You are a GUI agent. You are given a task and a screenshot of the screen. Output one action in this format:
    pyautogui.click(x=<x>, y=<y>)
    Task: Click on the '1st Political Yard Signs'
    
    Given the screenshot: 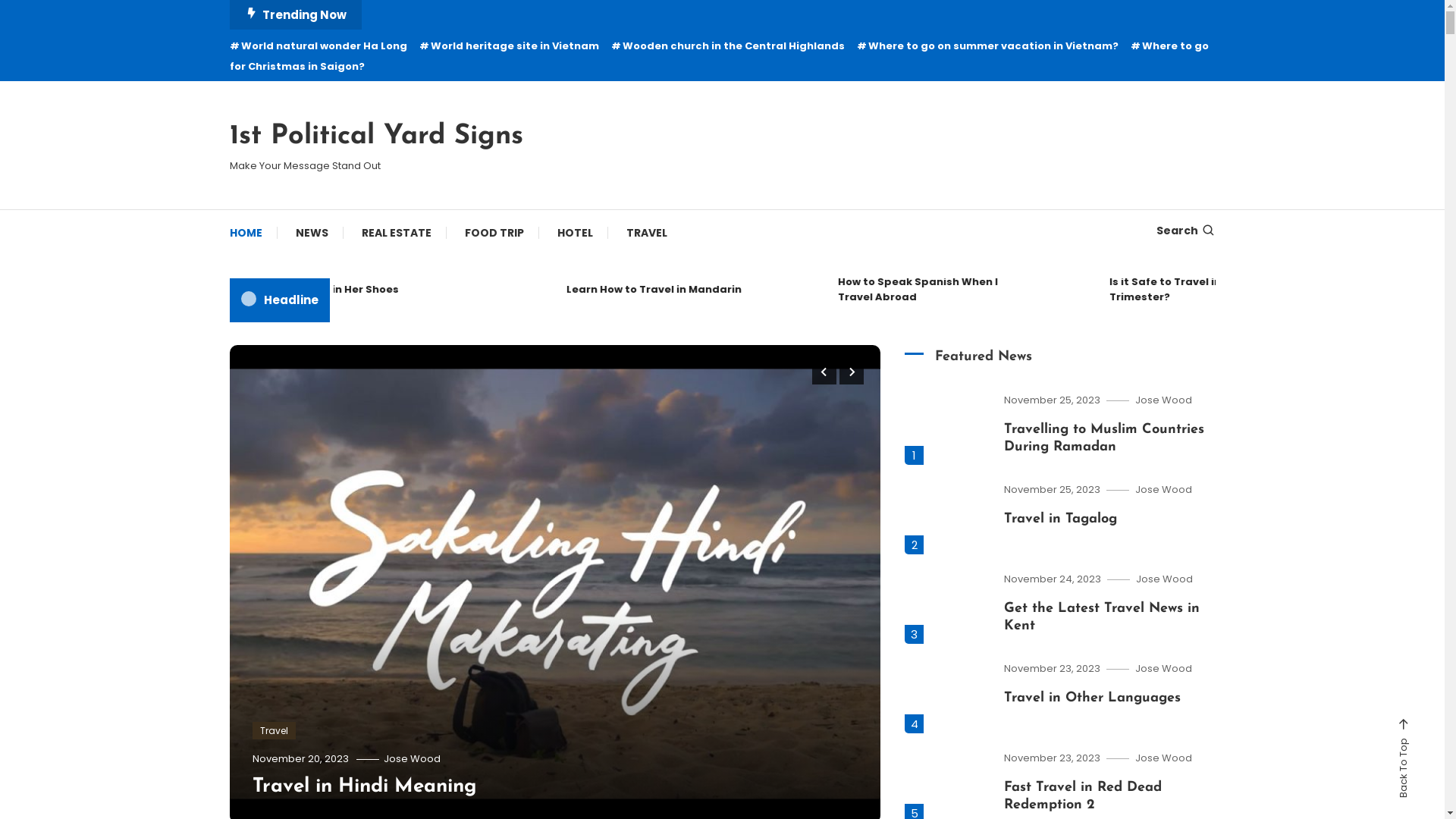 What is the action you would take?
    pyautogui.click(x=375, y=136)
    